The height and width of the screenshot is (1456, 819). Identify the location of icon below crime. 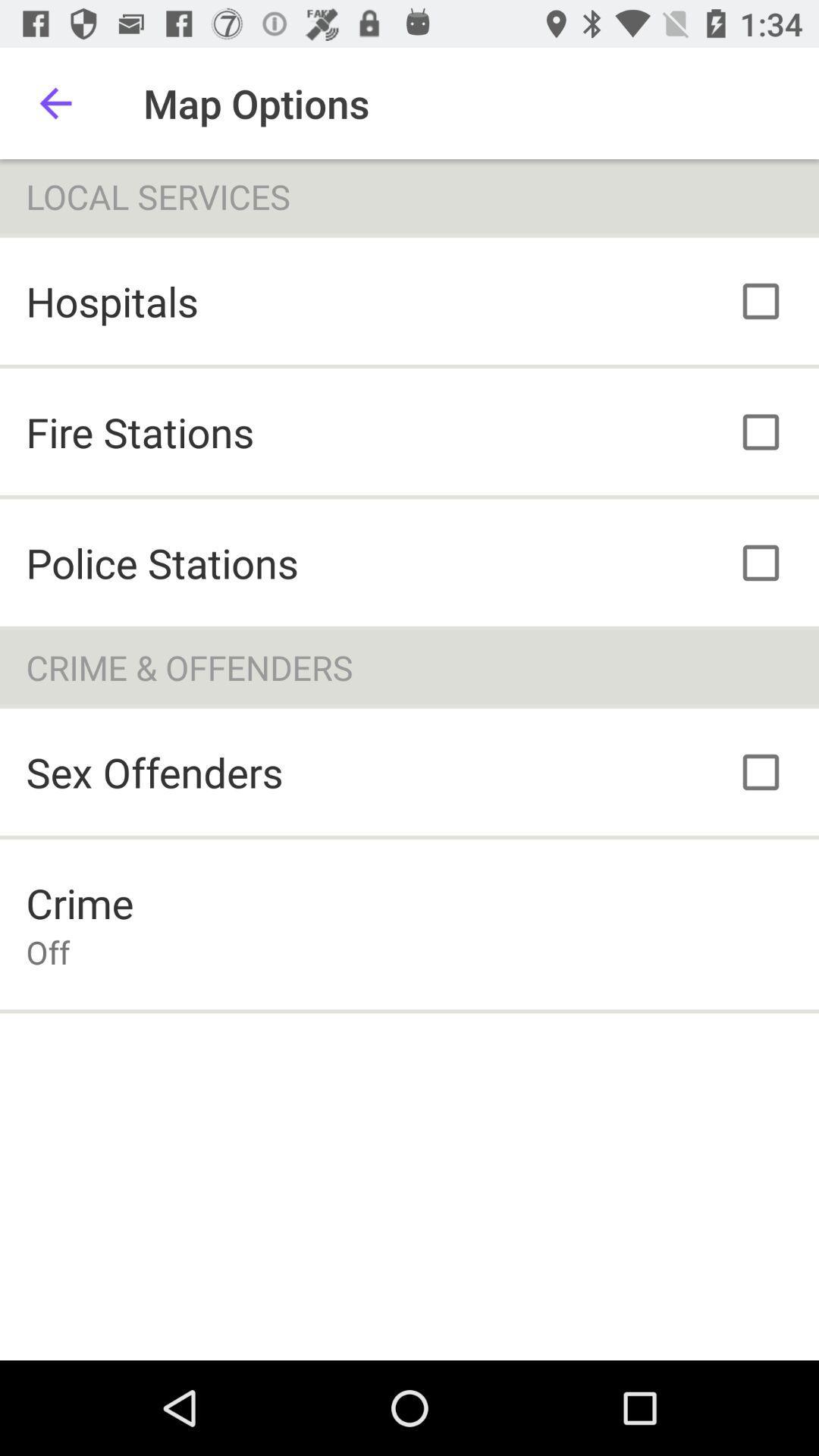
(47, 951).